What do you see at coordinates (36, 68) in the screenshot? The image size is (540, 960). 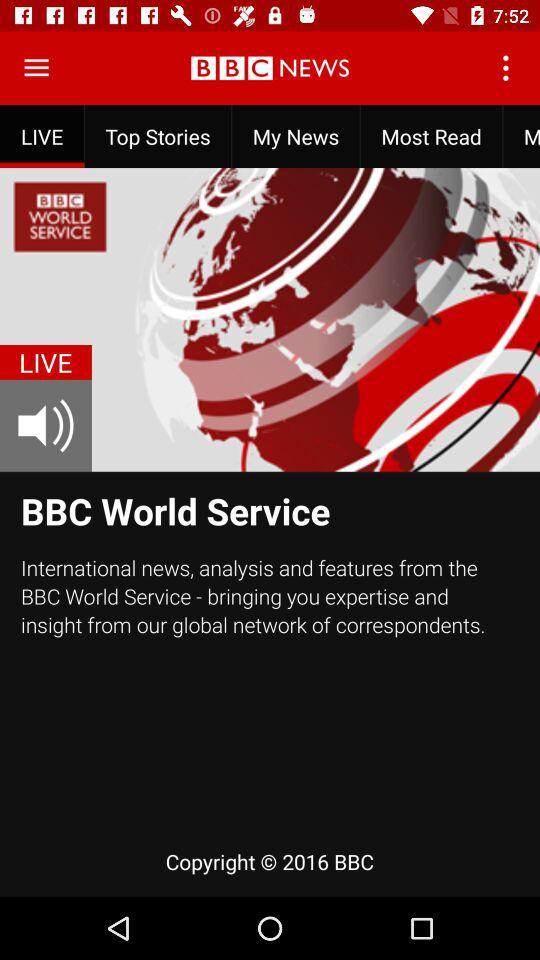 I see `open the menu` at bounding box center [36, 68].